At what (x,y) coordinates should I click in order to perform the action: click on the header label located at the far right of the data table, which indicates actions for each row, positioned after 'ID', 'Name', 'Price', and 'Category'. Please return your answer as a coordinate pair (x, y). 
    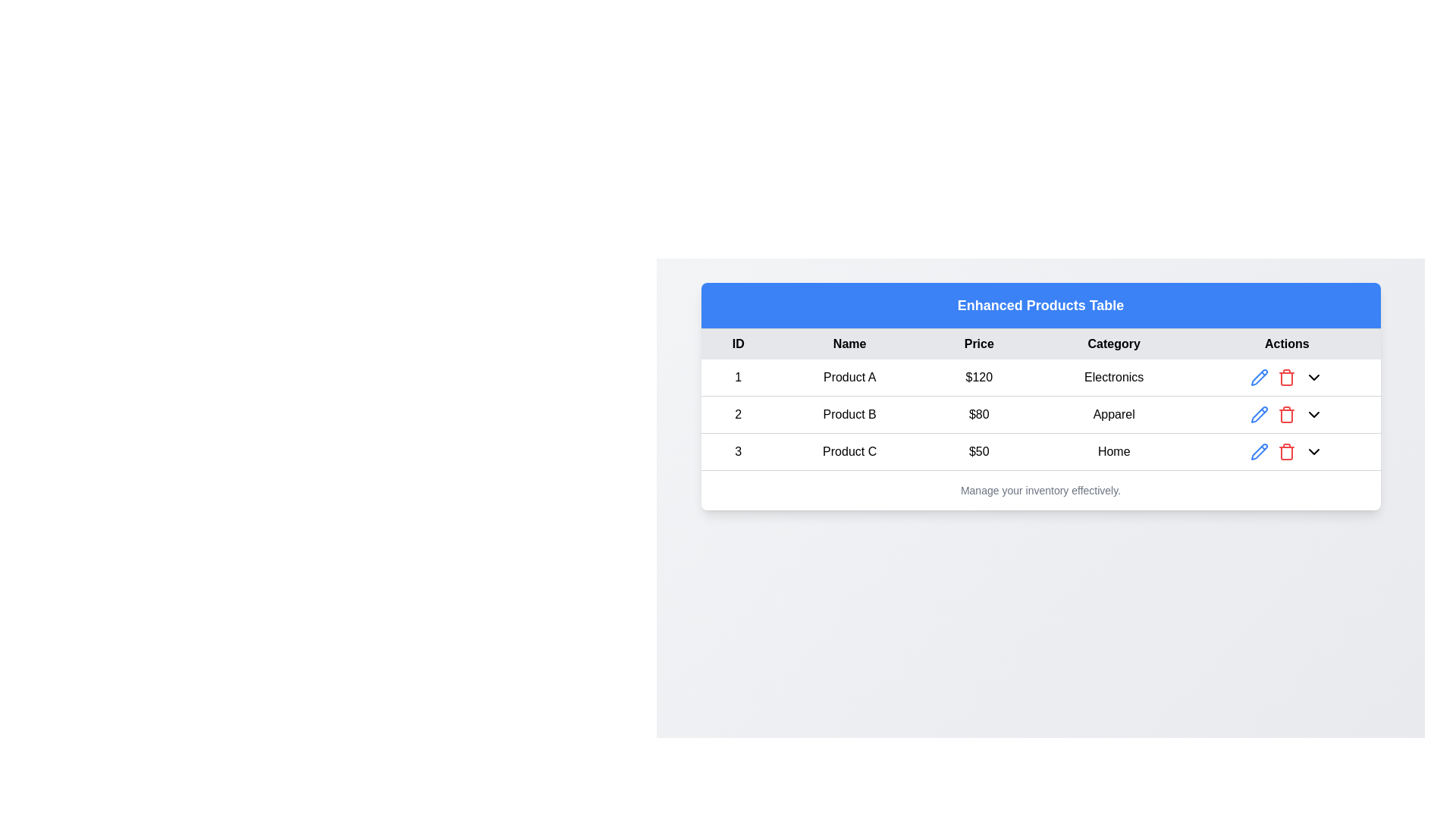
    Looking at the image, I should click on (1286, 344).